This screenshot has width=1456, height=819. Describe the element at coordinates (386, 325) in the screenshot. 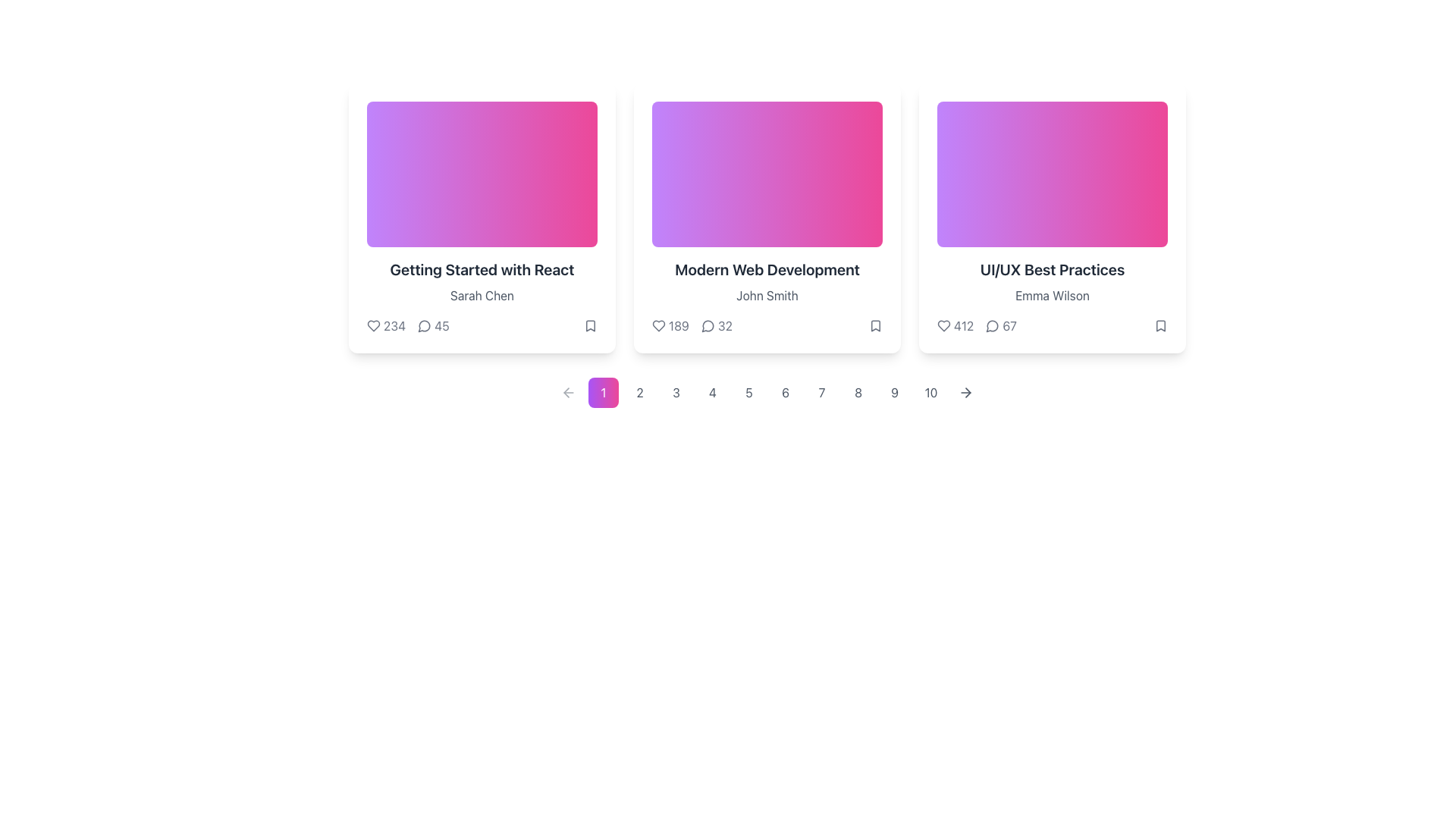

I see `the interactive counter element featuring a heart-shaped icon and the number '234', located at the bottom left of the 'Getting Started with React' card` at that location.